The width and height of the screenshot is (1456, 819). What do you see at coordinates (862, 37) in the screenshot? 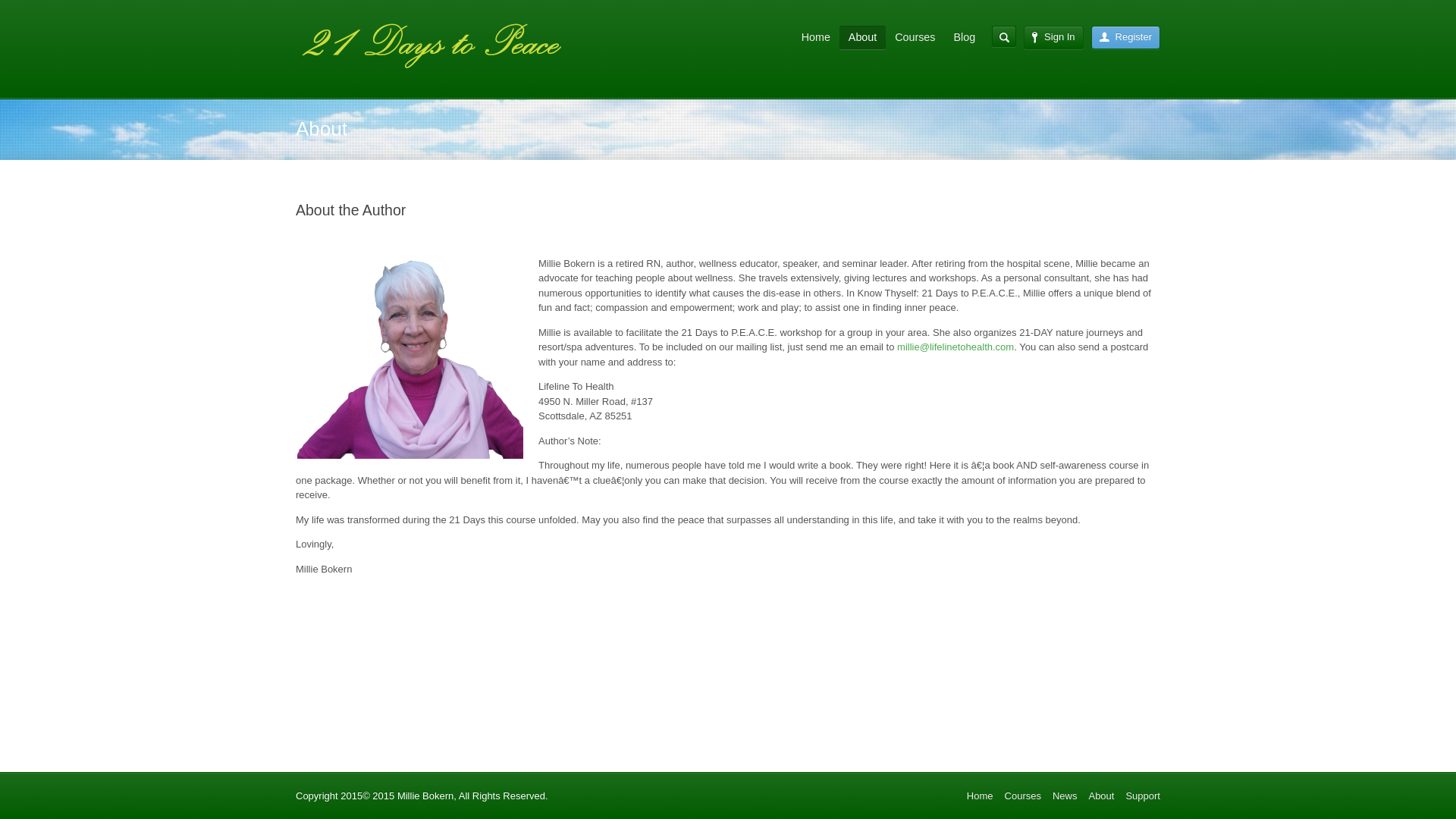
I see `'About'` at bounding box center [862, 37].